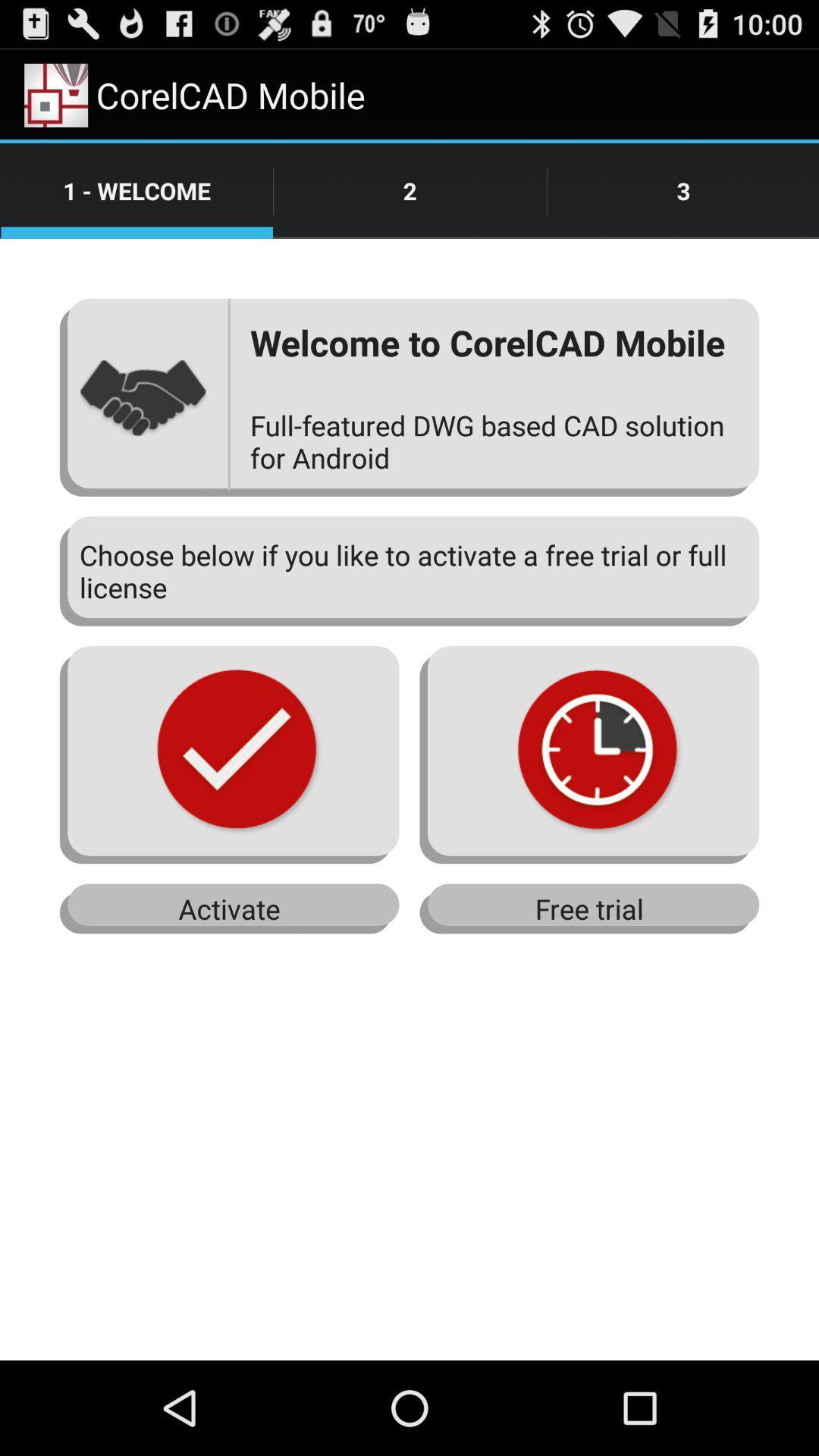 The image size is (819, 1456). I want to click on the image below free trail, so click(588, 755).